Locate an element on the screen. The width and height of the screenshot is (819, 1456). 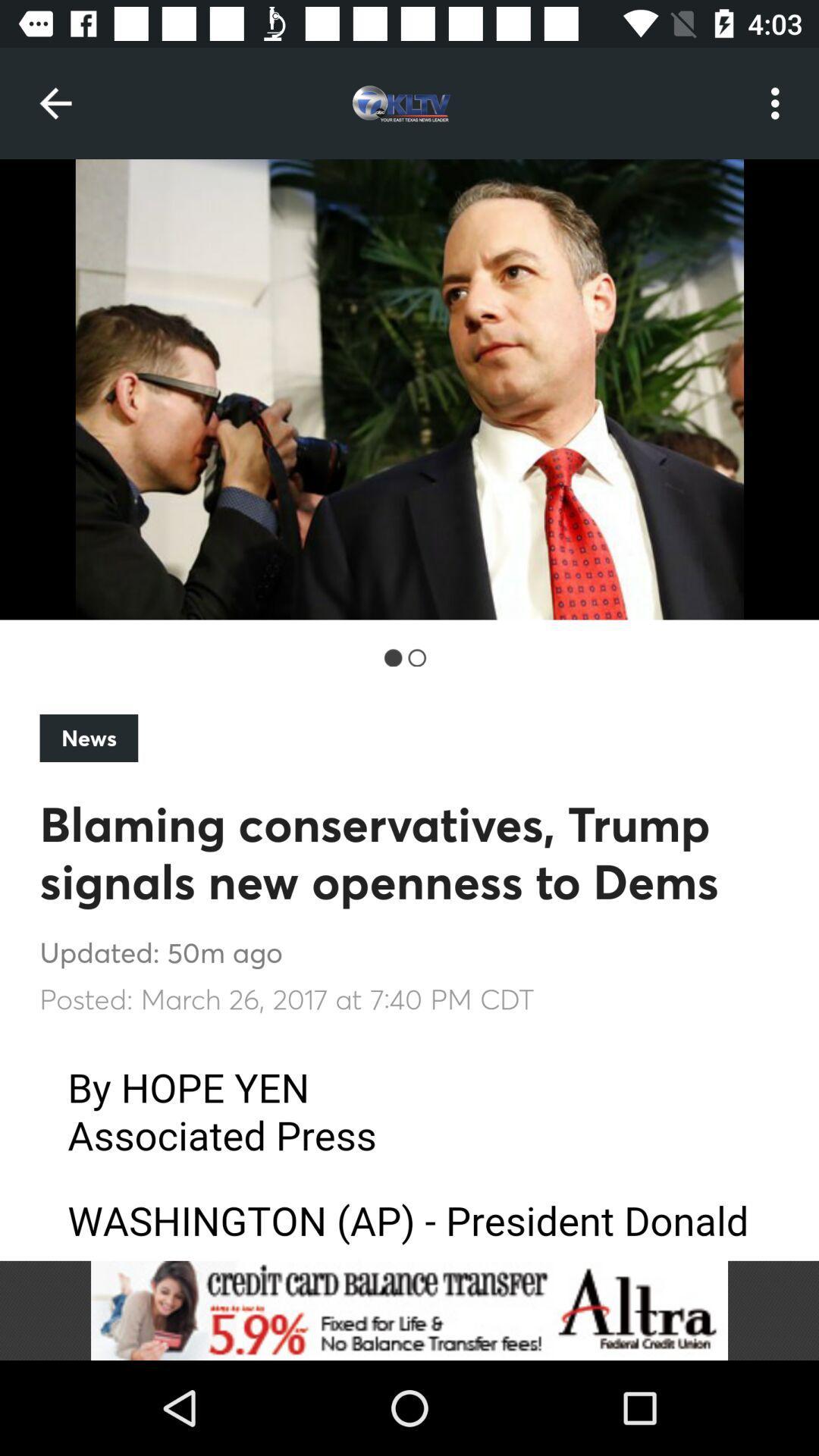
this is an advertisement is located at coordinates (409, 1310).